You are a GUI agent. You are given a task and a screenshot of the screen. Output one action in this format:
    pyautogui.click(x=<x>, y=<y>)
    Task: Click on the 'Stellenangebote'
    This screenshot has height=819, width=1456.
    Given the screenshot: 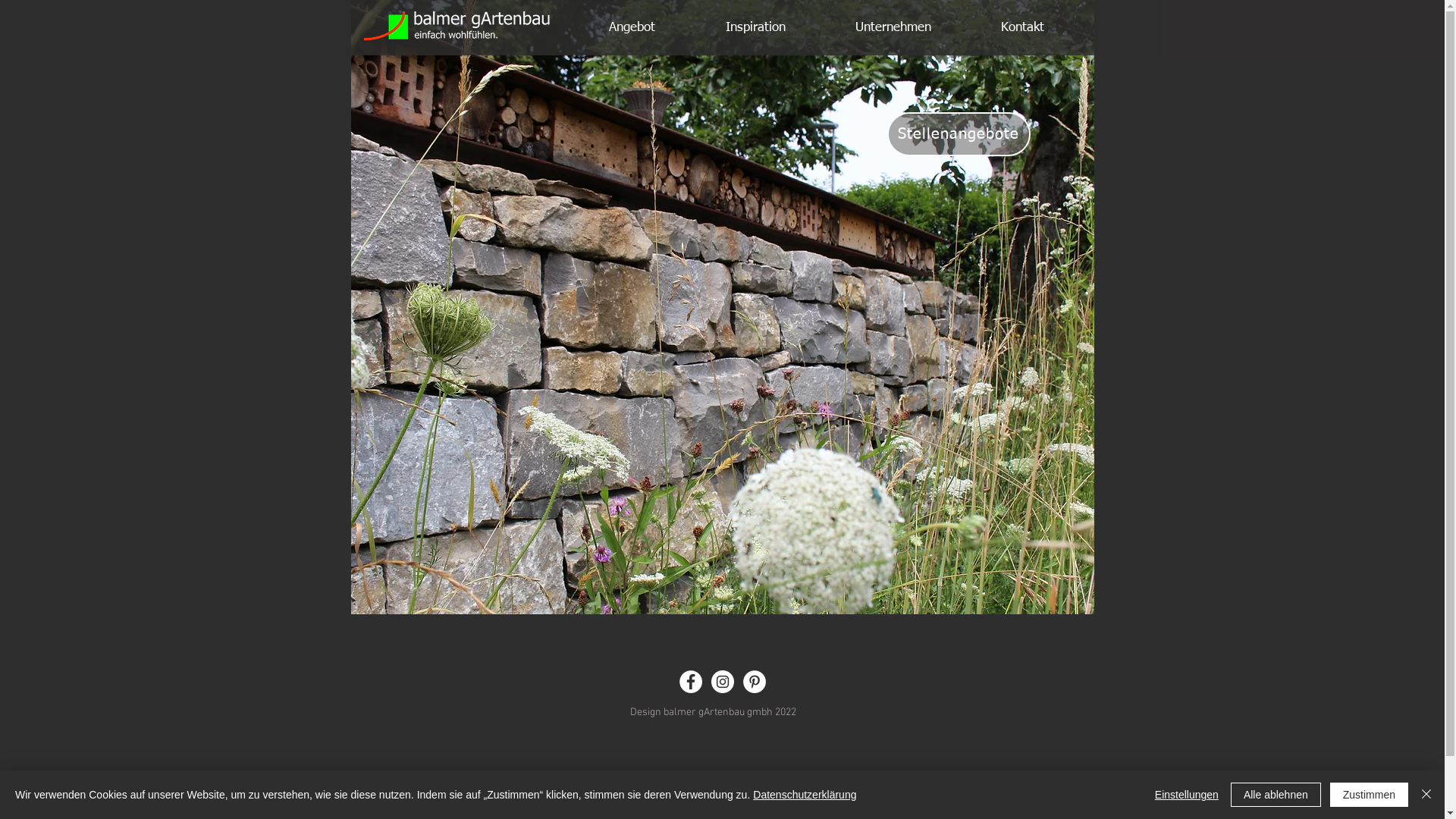 What is the action you would take?
    pyautogui.click(x=958, y=133)
    